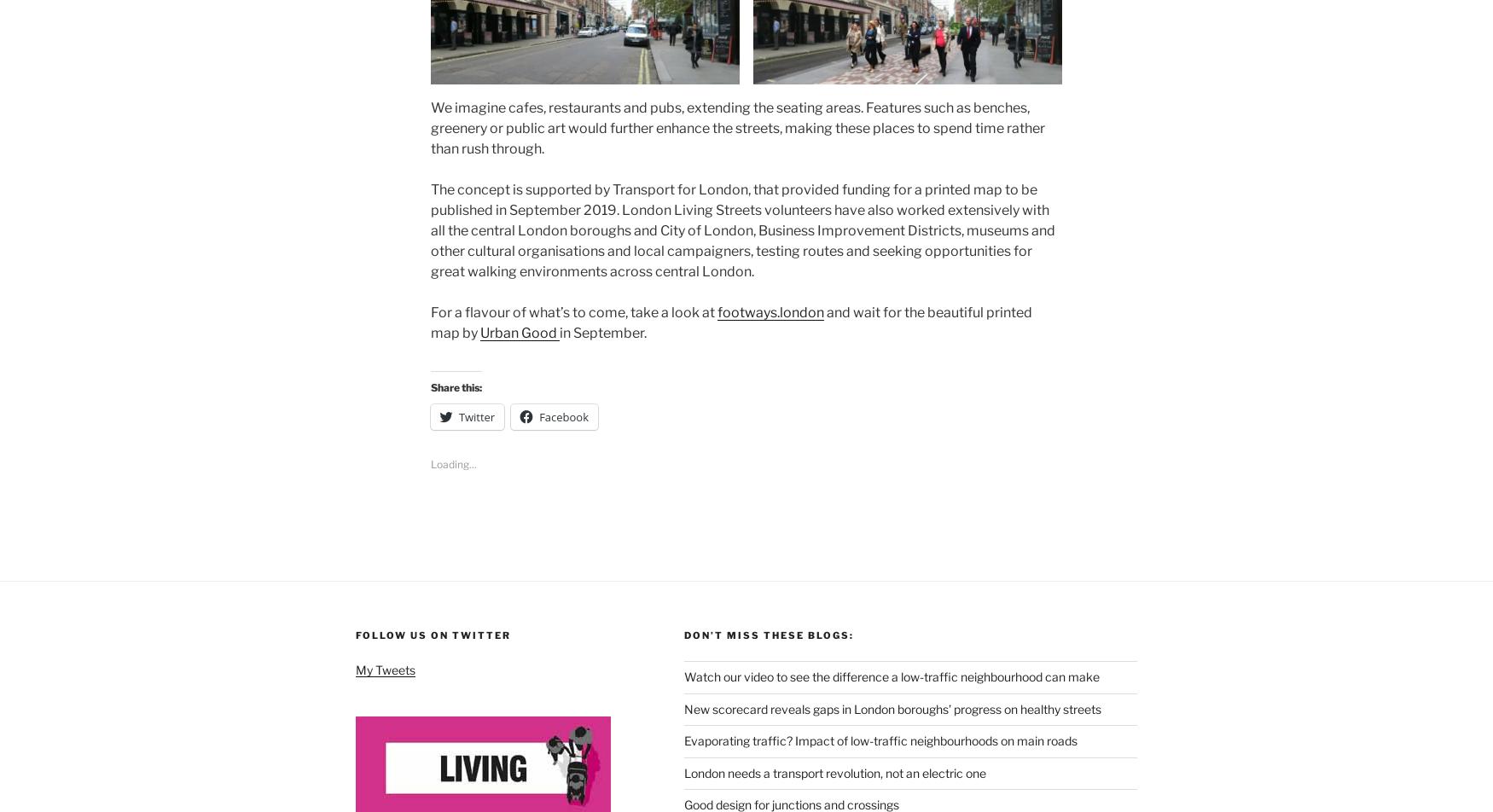 The width and height of the screenshot is (1493, 812). Describe the element at coordinates (682, 768) in the screenshot. I see `'London needs a transport revolution, not an electric one'` at that location.